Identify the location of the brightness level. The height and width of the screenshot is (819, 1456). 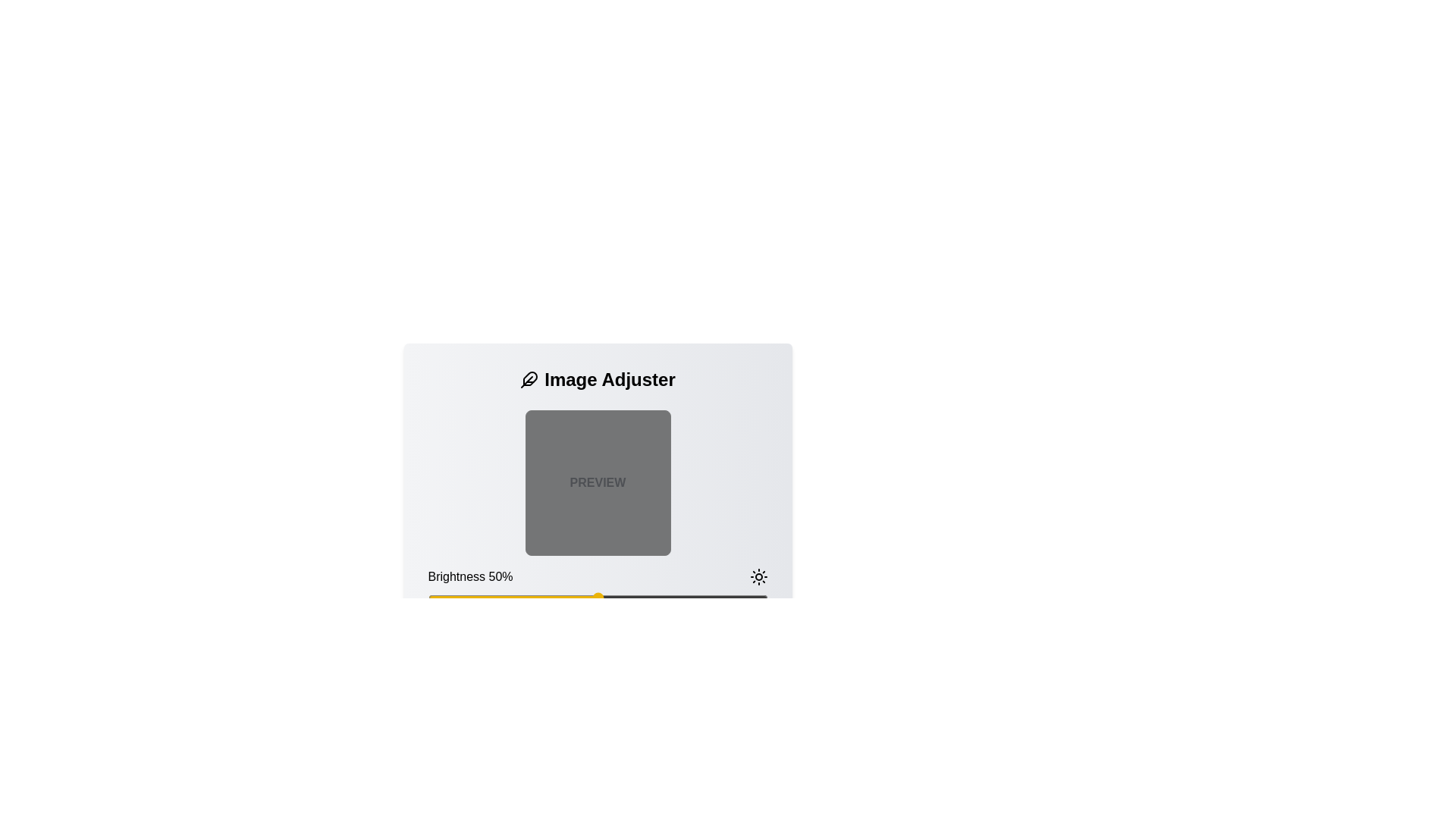
(645, 598).